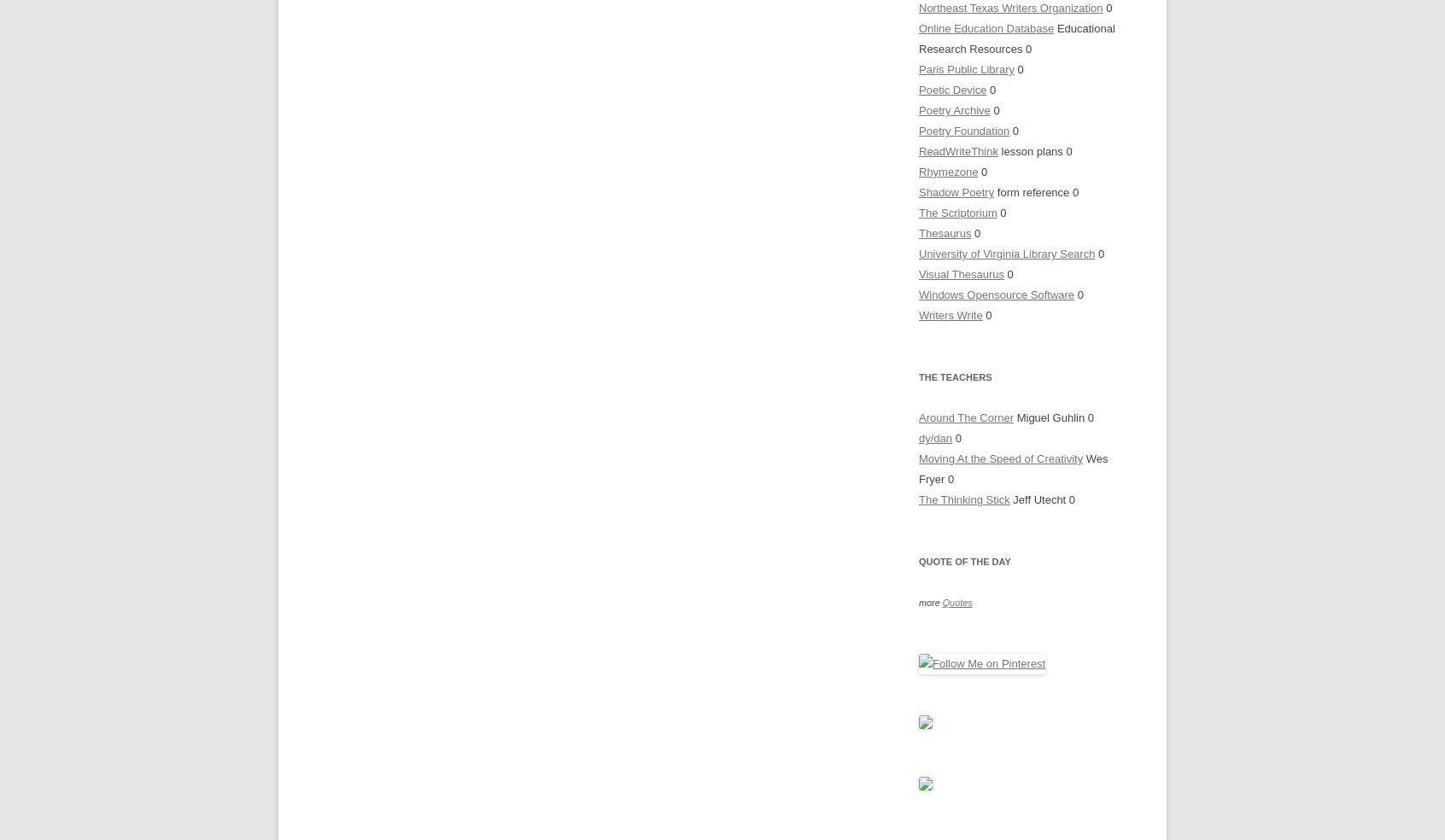  What do you see at coordinates (930, 603) in the screenshot?
I see `'more'` at bounding box center [930, 603].